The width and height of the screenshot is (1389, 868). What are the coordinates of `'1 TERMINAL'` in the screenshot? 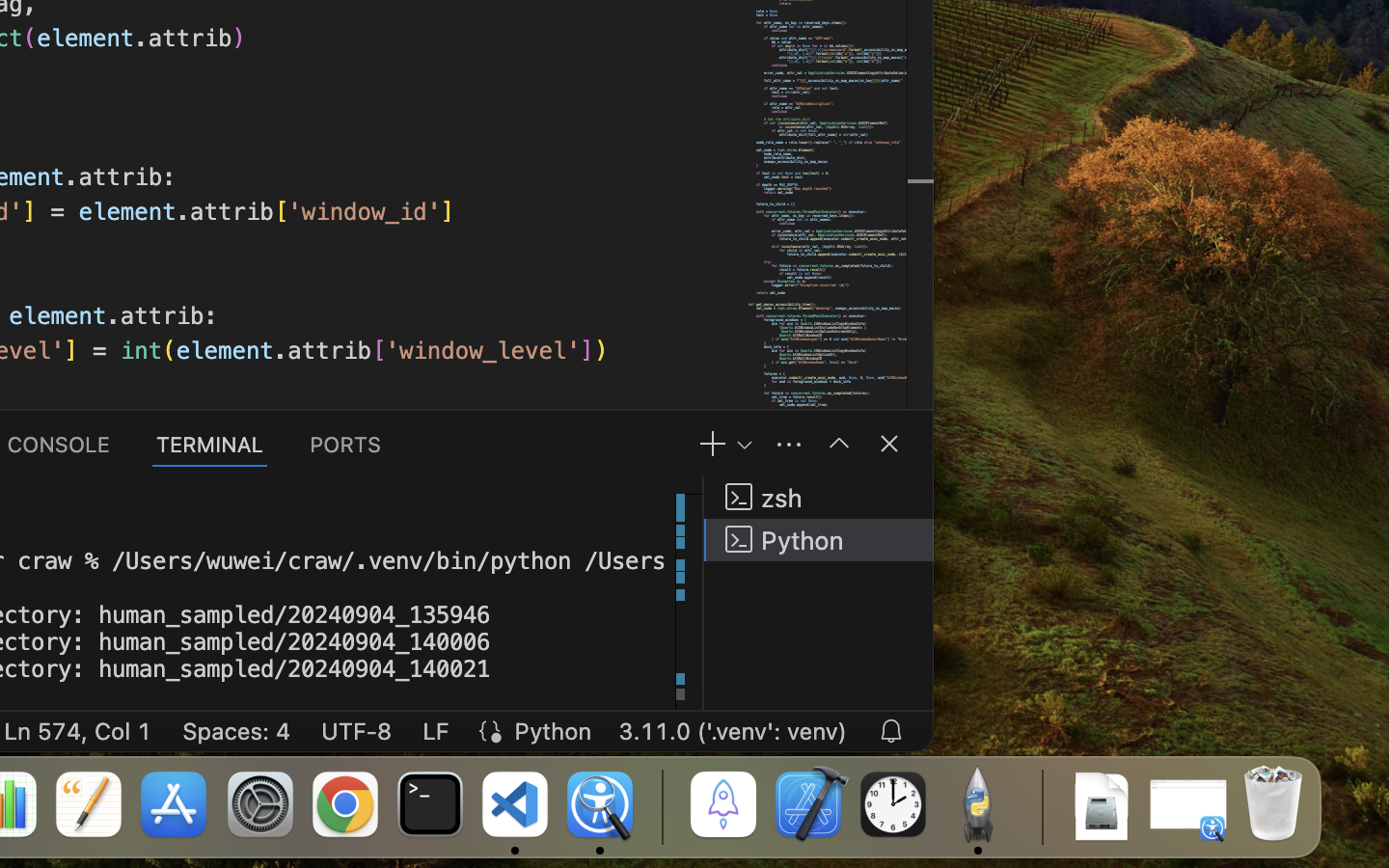 It's located at (210, 442).